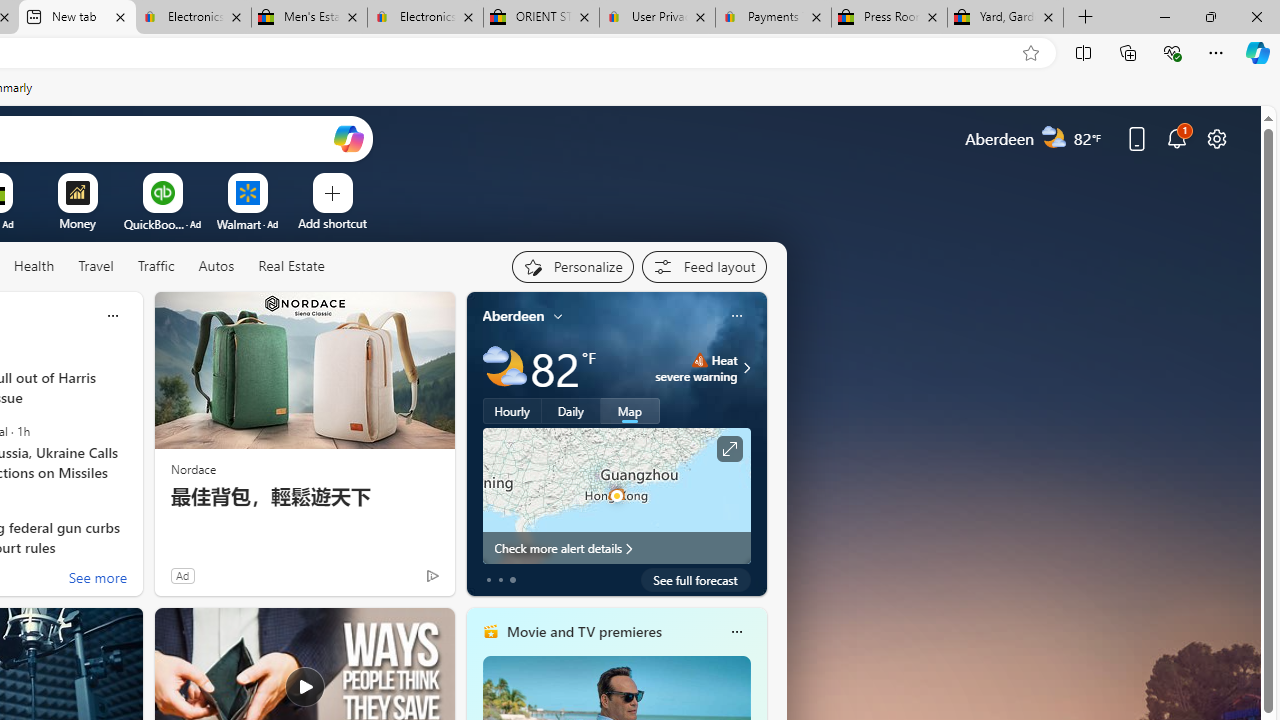 The width and height of the screenshot is (1280, 720). Describe the element at coordinates (431, 575) in the screenshot. I see `'Ad Choice'` at that location.